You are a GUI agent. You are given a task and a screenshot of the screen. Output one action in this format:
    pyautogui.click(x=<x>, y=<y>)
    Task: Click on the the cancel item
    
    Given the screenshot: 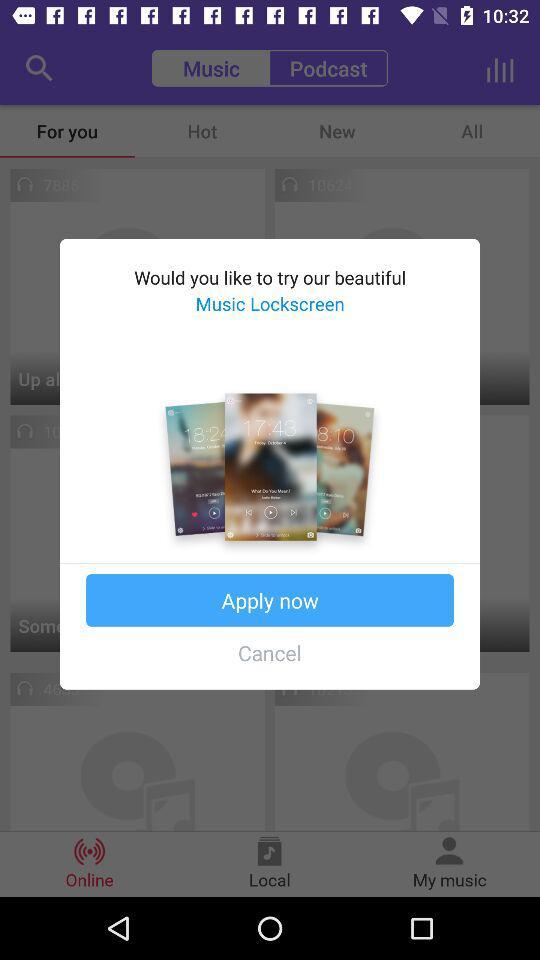 What is the action you would take?
    pyautogui.click(x=270, y=651)
    